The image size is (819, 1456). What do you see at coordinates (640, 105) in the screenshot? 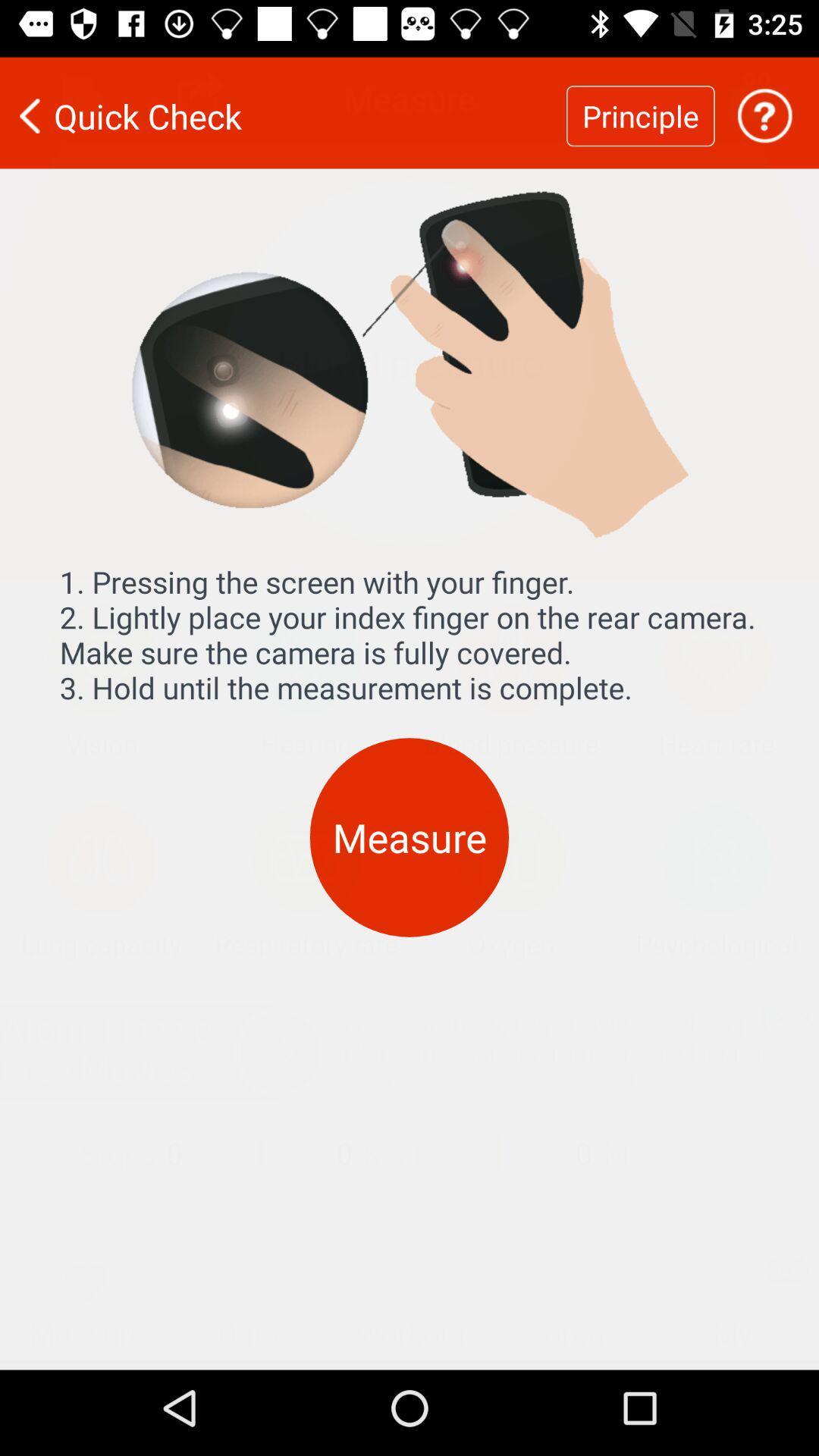
I see `principle` at bounding box center [640, 105].